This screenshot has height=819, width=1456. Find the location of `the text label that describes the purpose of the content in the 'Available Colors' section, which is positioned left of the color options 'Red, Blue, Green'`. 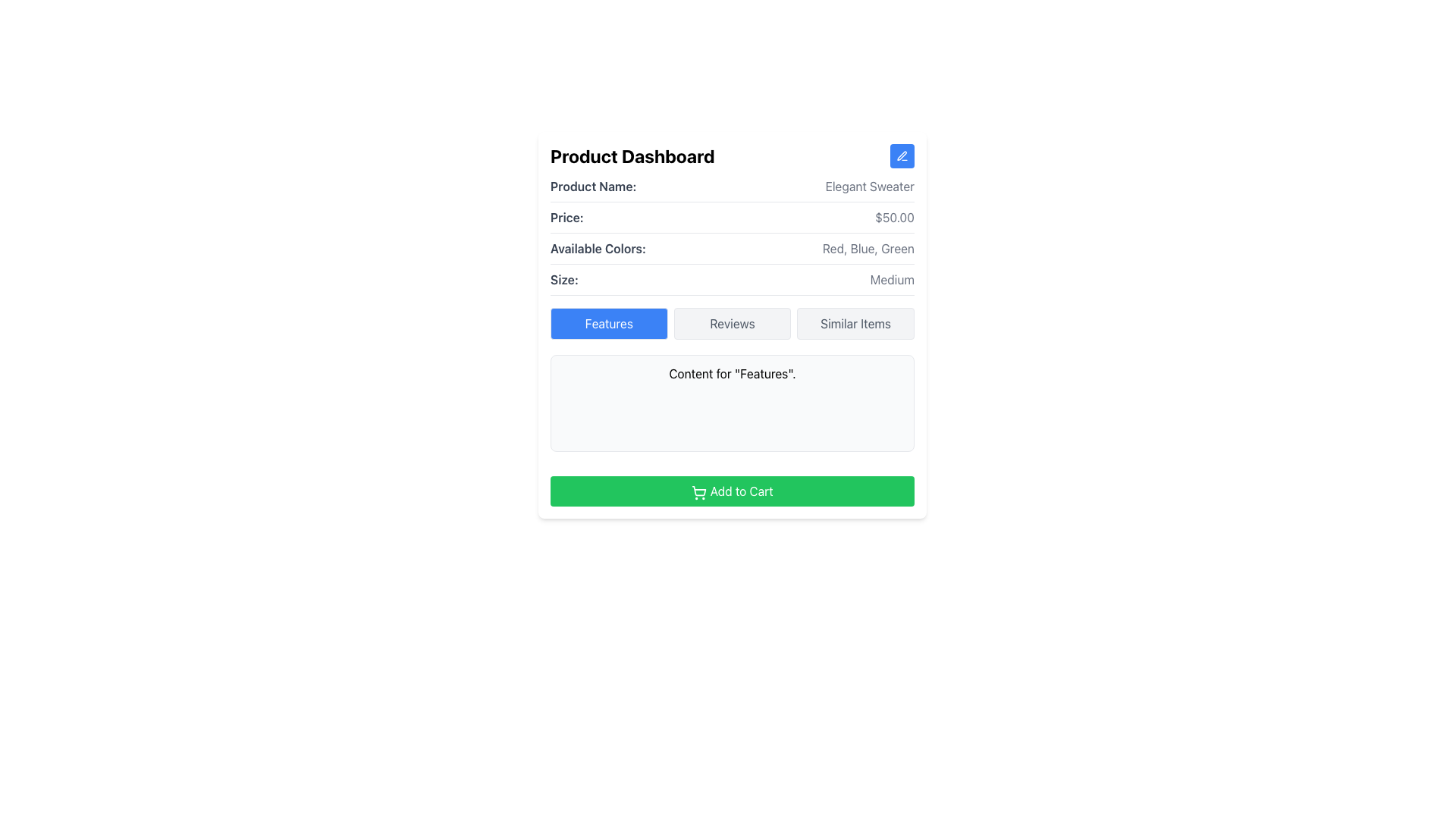

the text label that describes the purpose of the content in the 'Available Colors' section, which is positioned left of the color options 'Red, Blue, Green' is located at coordinates (597, 247).